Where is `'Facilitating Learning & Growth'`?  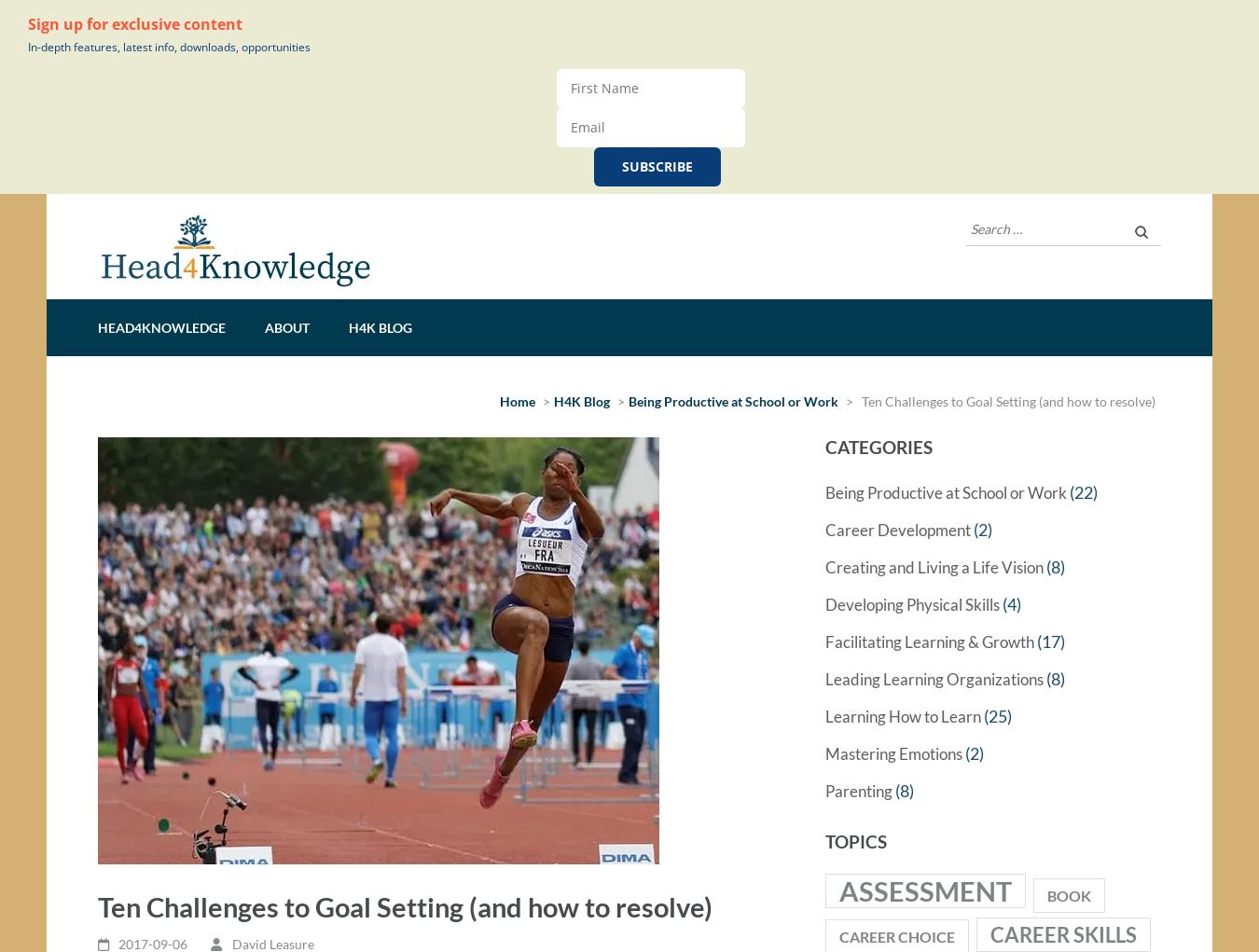 'Facilitating Learning & Growth' is located at coordinates (928, 648).